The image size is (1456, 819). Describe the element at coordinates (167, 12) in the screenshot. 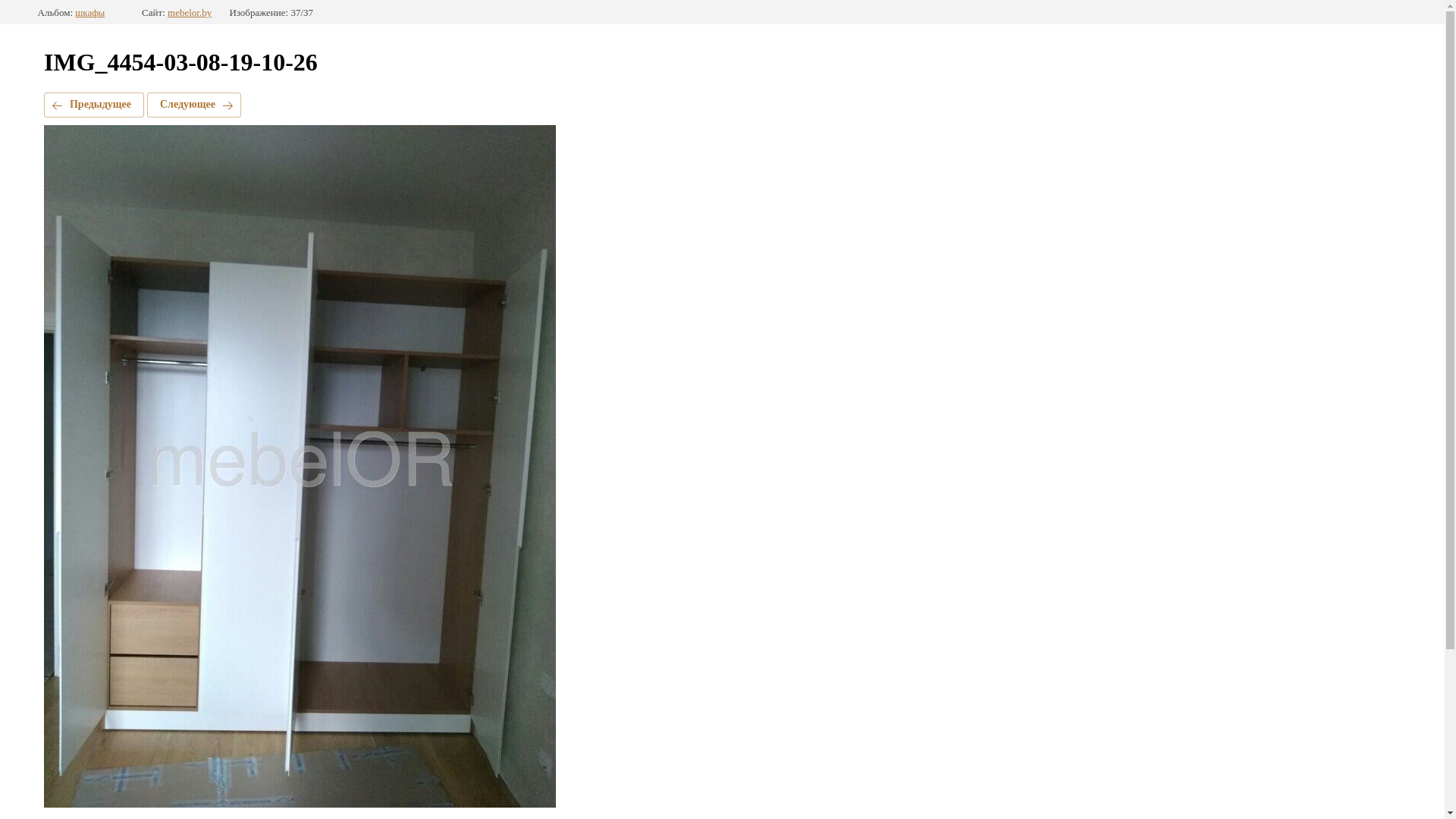

I see `'mebelor.by'` at that location.